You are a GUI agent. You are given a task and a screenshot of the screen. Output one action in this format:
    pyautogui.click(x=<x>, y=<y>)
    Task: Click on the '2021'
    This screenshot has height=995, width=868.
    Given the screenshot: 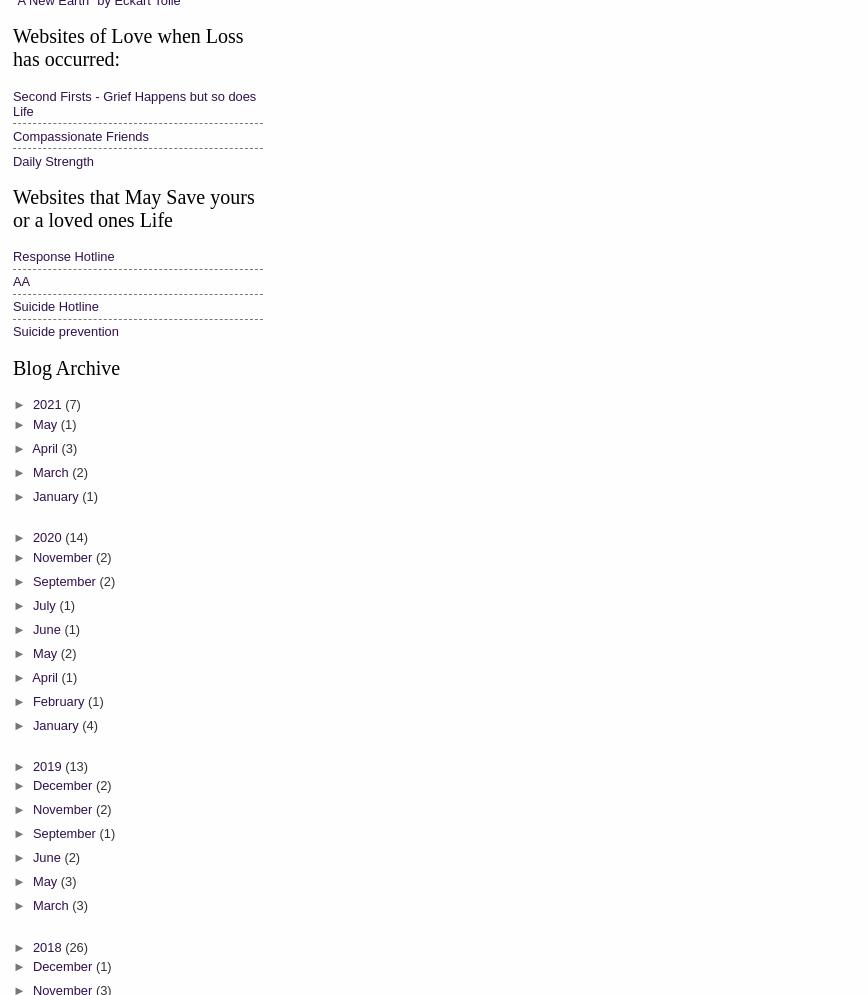 What is the action you would take?
    pyautogui.click(x=48, y=404)
    